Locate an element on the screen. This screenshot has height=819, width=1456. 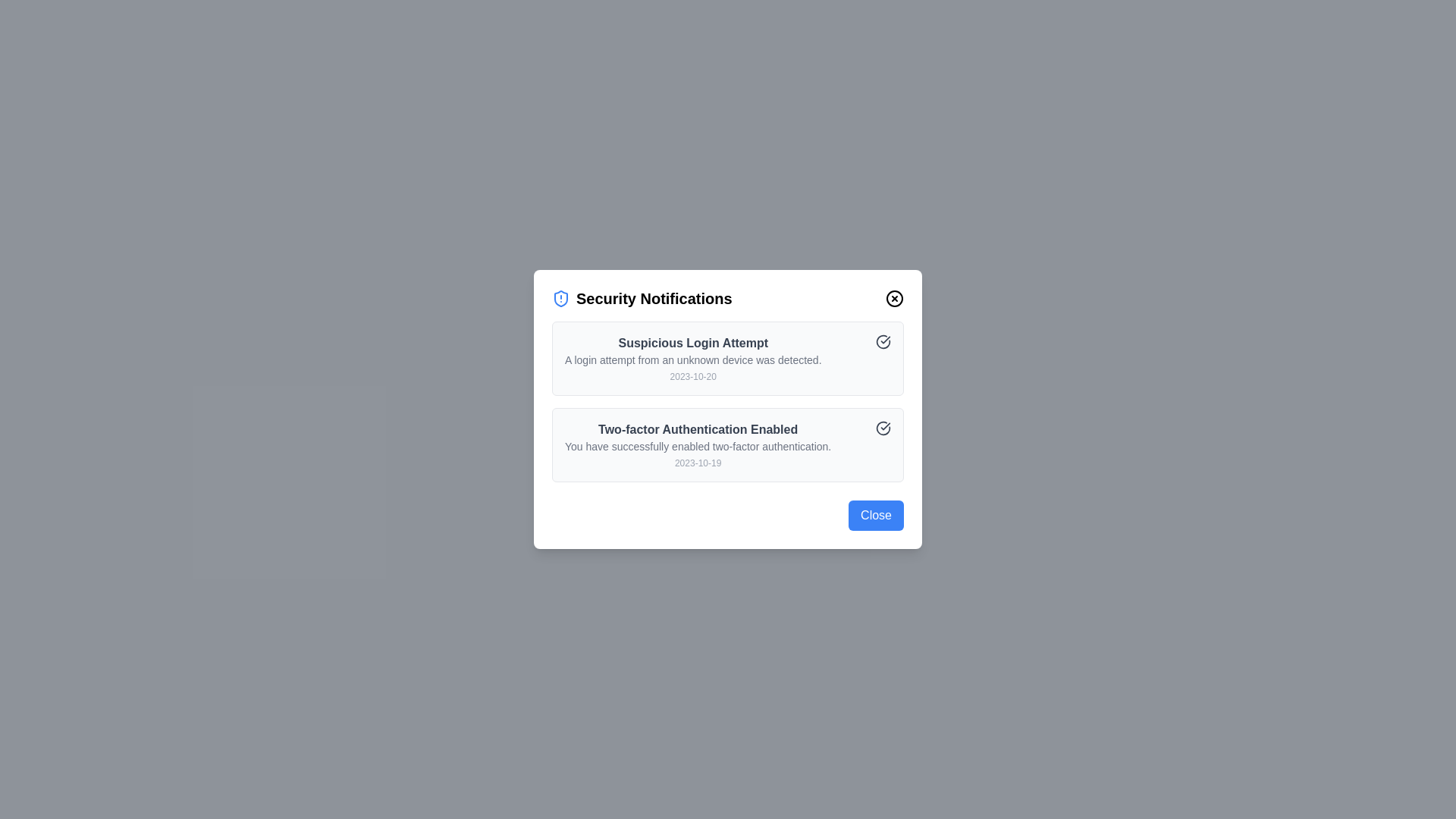
the close button located at the bottom-right corner of the 'Security Notifications' dialog to observe the hover effect is located at coordinates (728, 514).